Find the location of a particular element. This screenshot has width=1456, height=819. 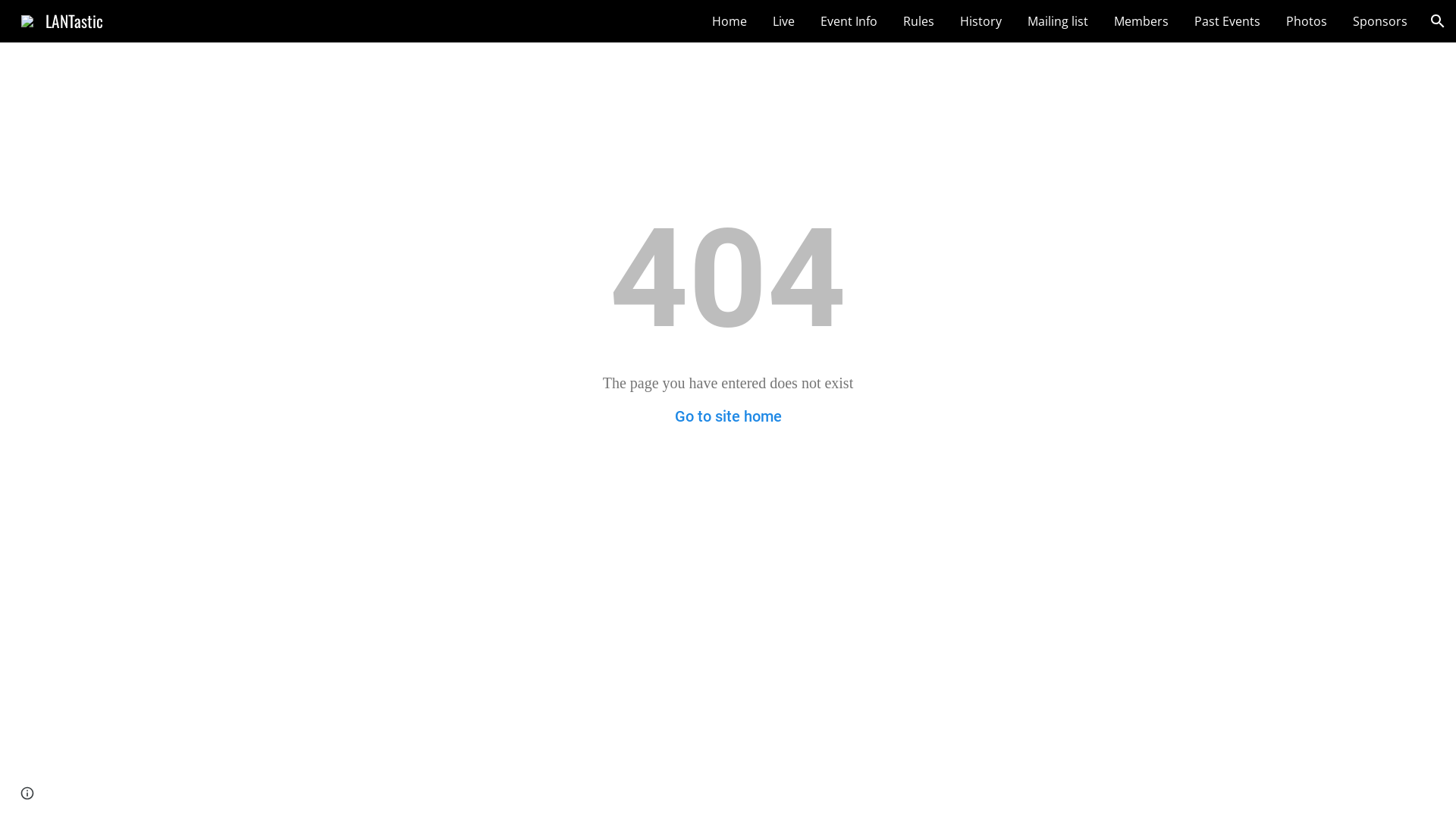

'History' is located at coordinates (981, 20).